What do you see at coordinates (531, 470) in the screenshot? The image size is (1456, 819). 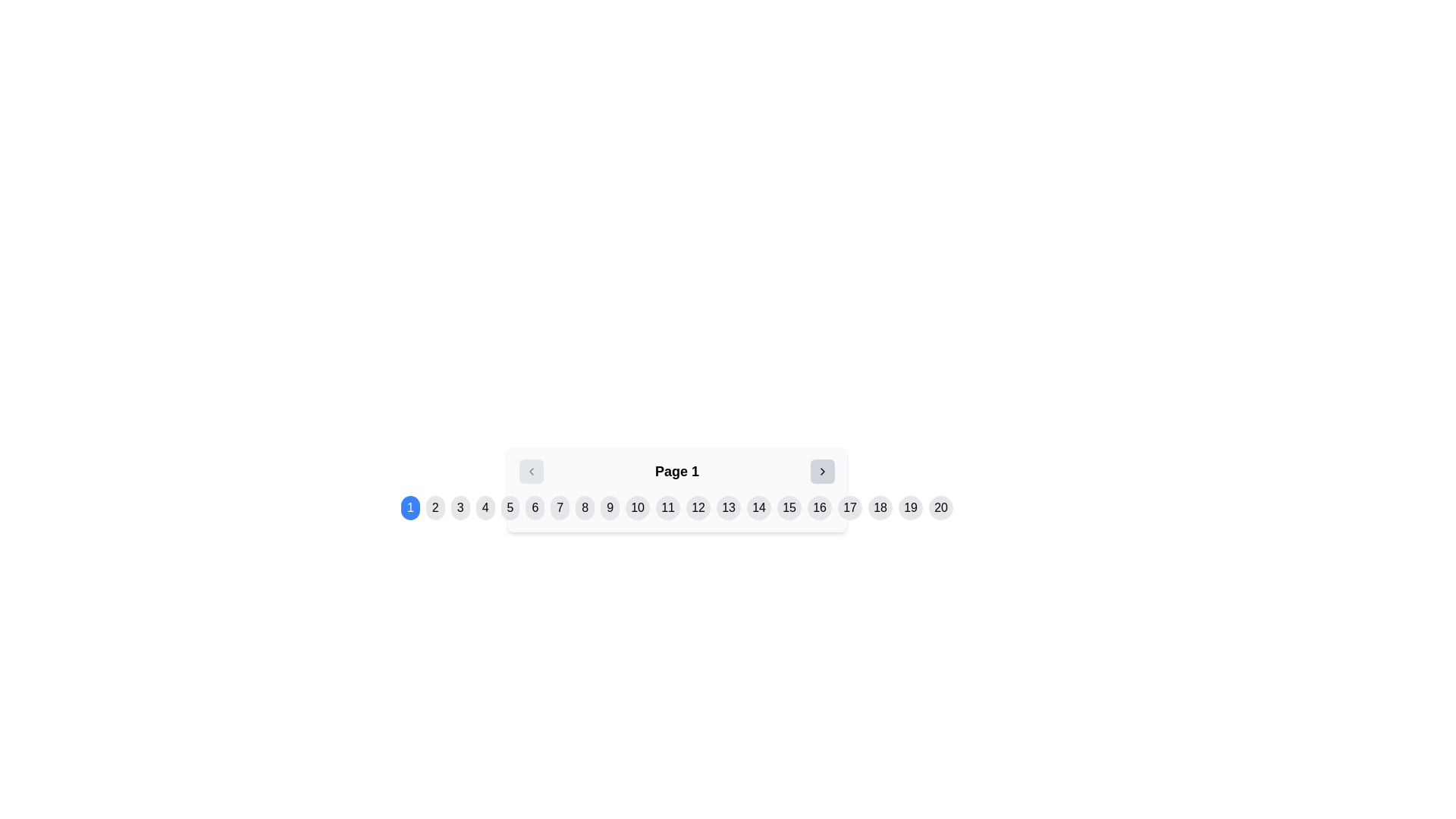 I see `the left-pointing chevron icon embedded in the circular button` at bounding box center [531, 470].